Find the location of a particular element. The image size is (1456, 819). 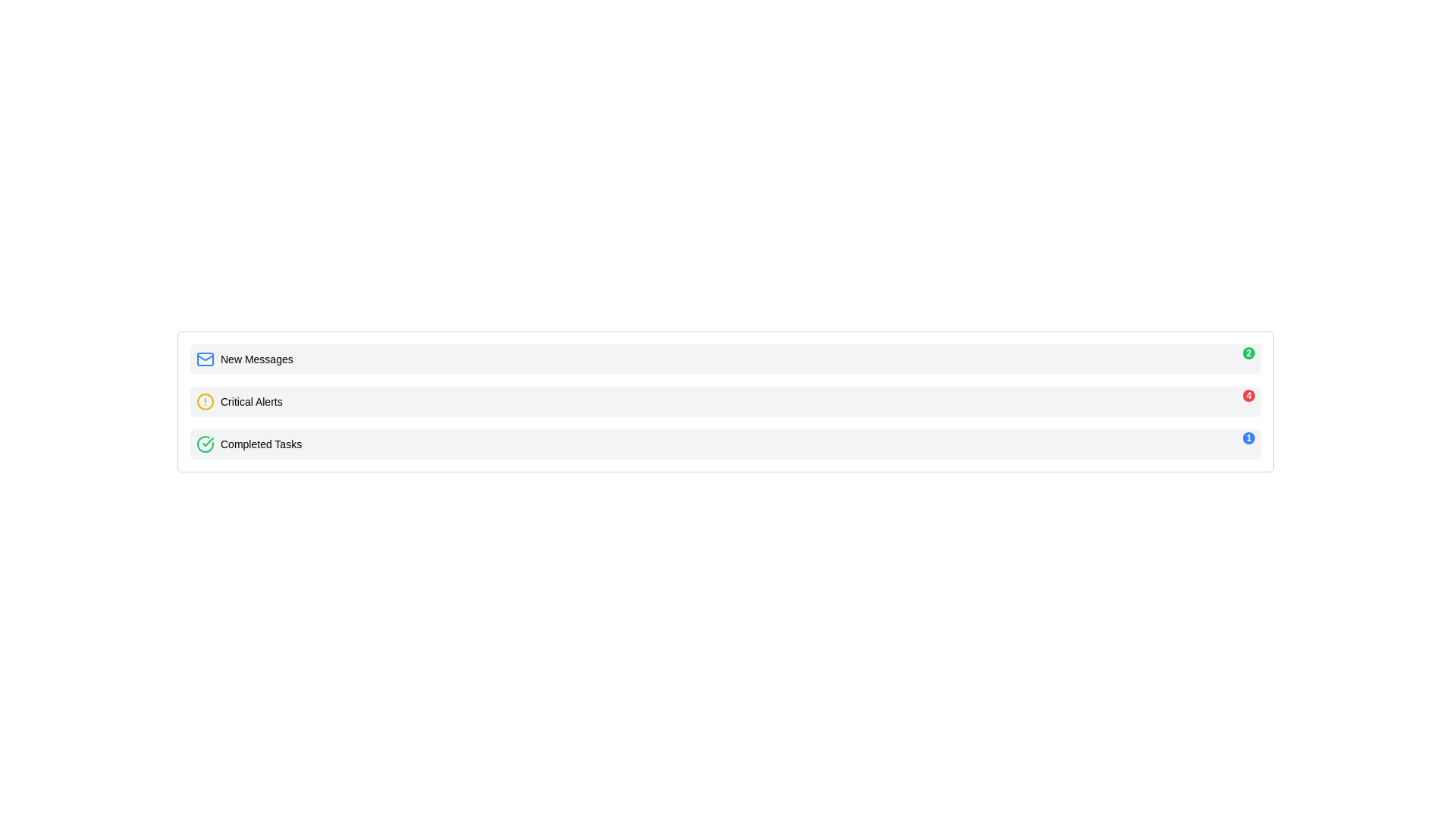

the small, circular blue badge with white text '1' located at the top-right corner of the 'Completed Tasks' panel is located at coordinates (1248, 439).